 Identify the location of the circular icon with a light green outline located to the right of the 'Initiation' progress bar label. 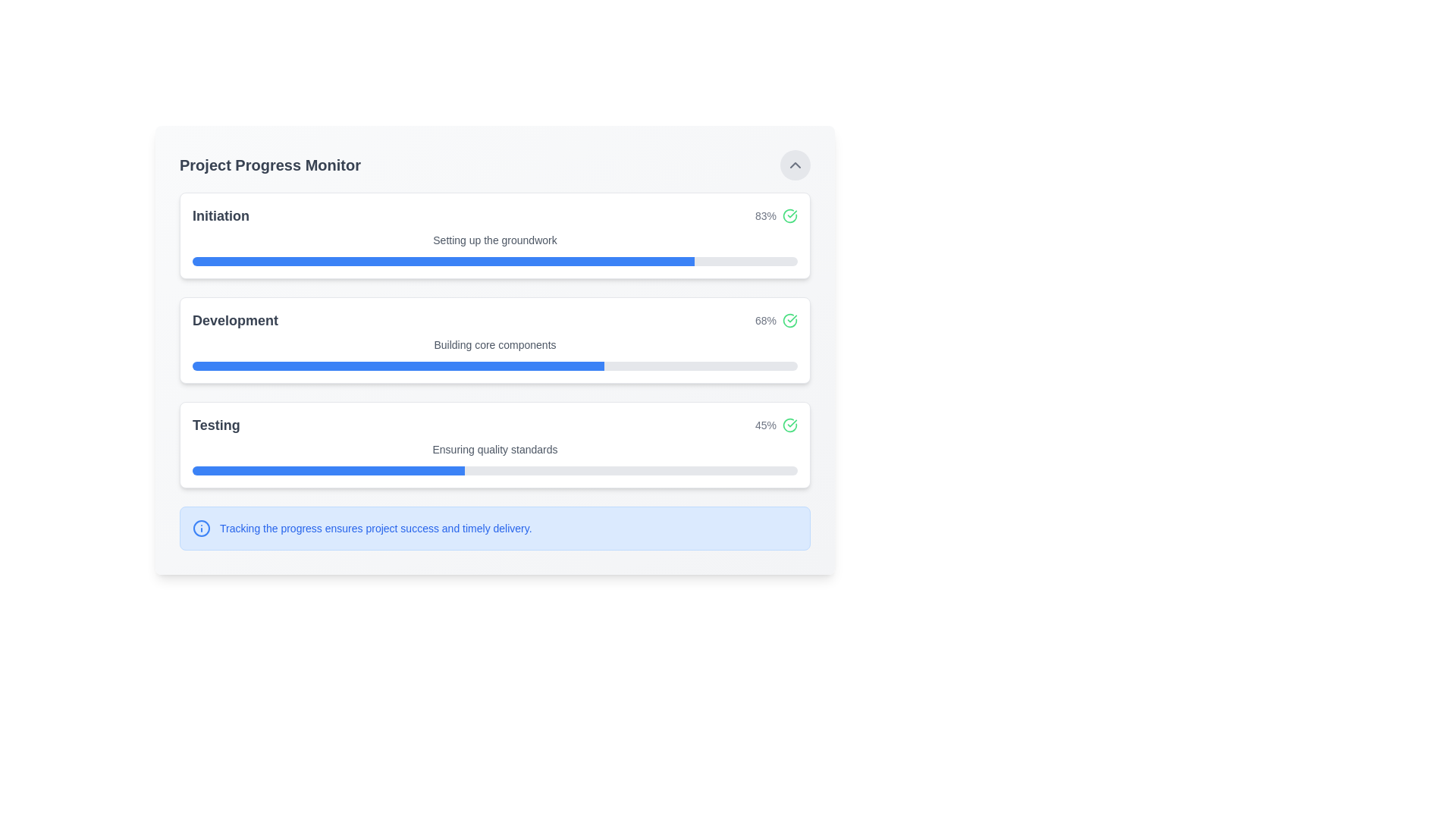
(789, 216).